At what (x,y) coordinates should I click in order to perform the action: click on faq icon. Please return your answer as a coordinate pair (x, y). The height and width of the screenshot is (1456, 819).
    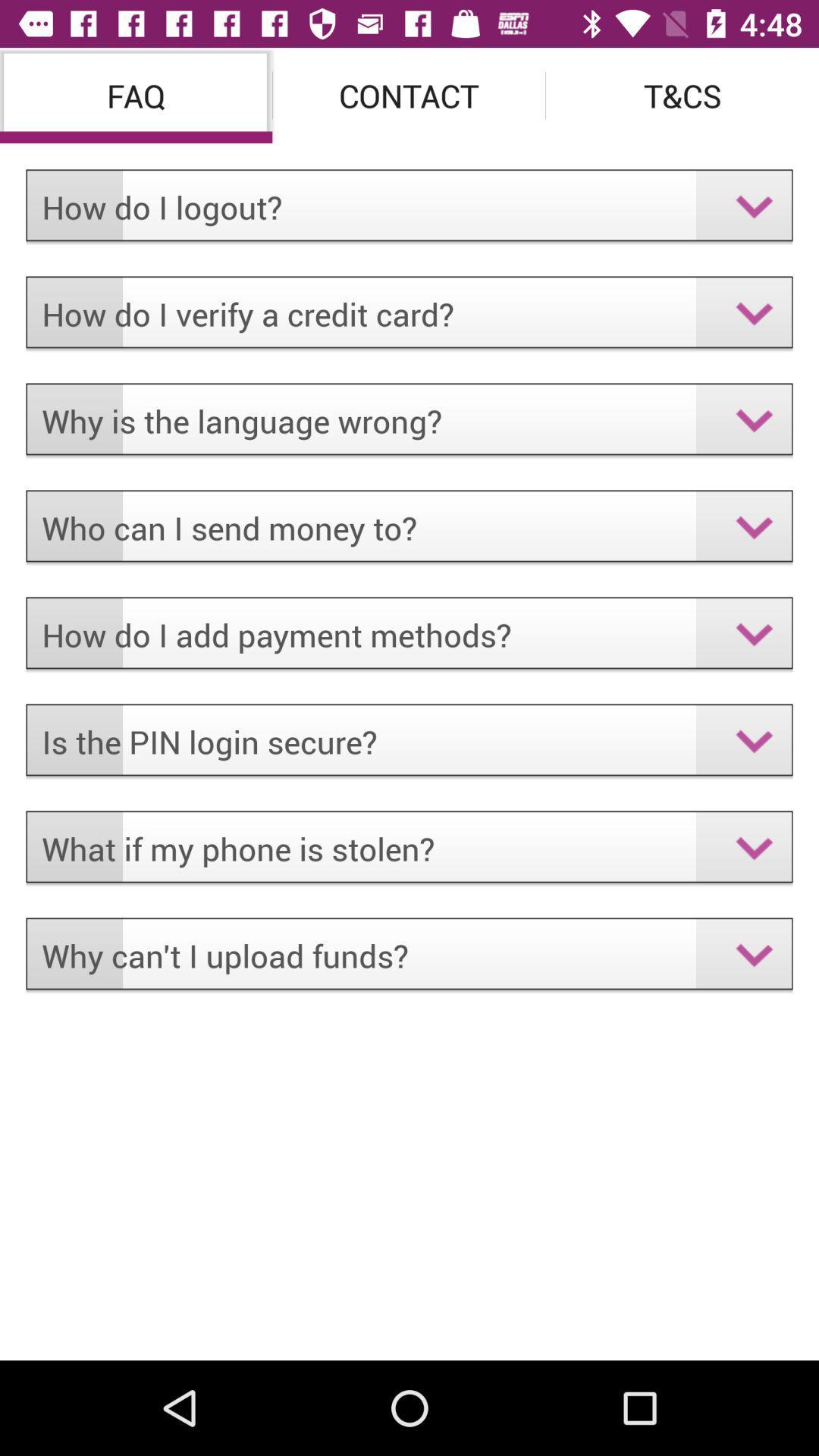
    Looking at the image, I should click on (135, 94).